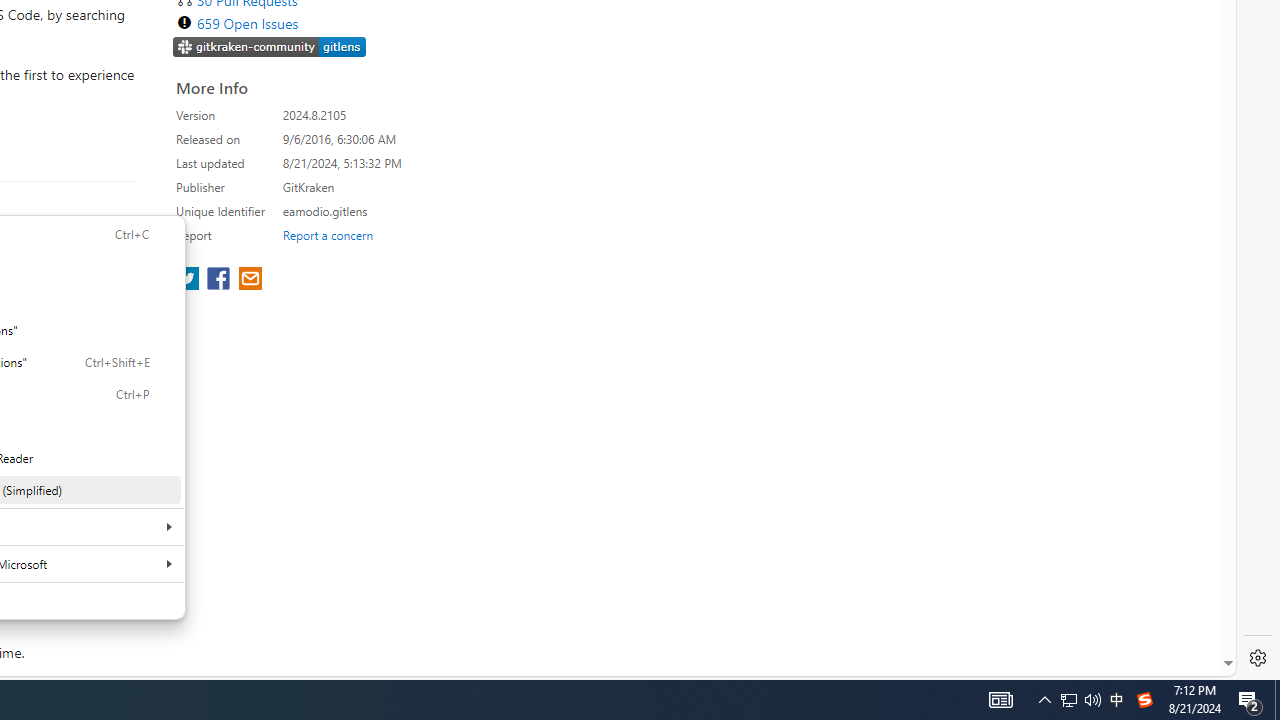 This screenshot has height=720, width=1280. What do you see at coordinates (1257, 658) in the screenshot?
I see `'Settings'` at bounding box center [1257, 658].